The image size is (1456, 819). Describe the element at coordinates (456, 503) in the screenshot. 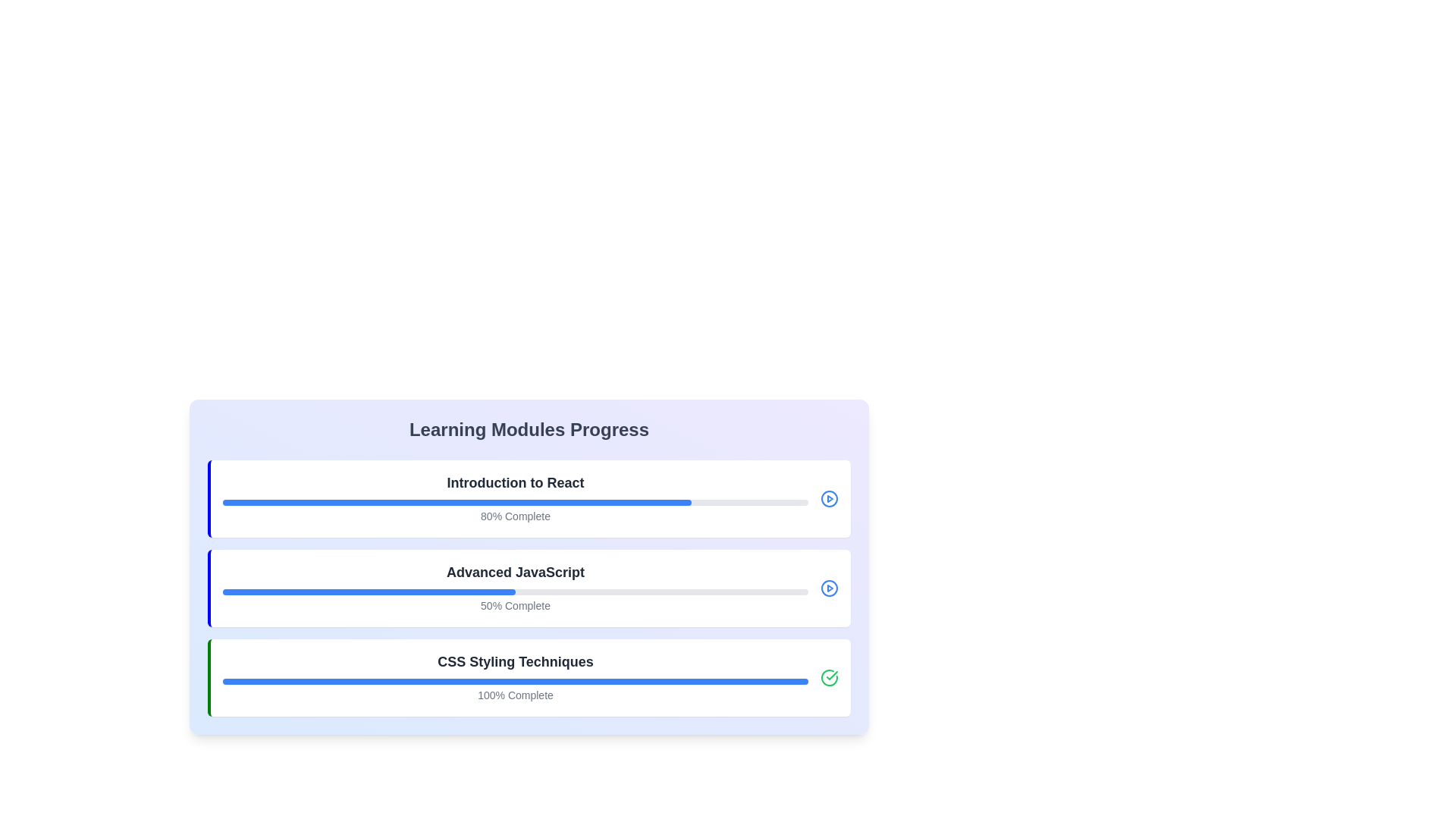

I see `the progress representation bar indicating 80% completion of the 'Introduction to React' learning module` at that location.